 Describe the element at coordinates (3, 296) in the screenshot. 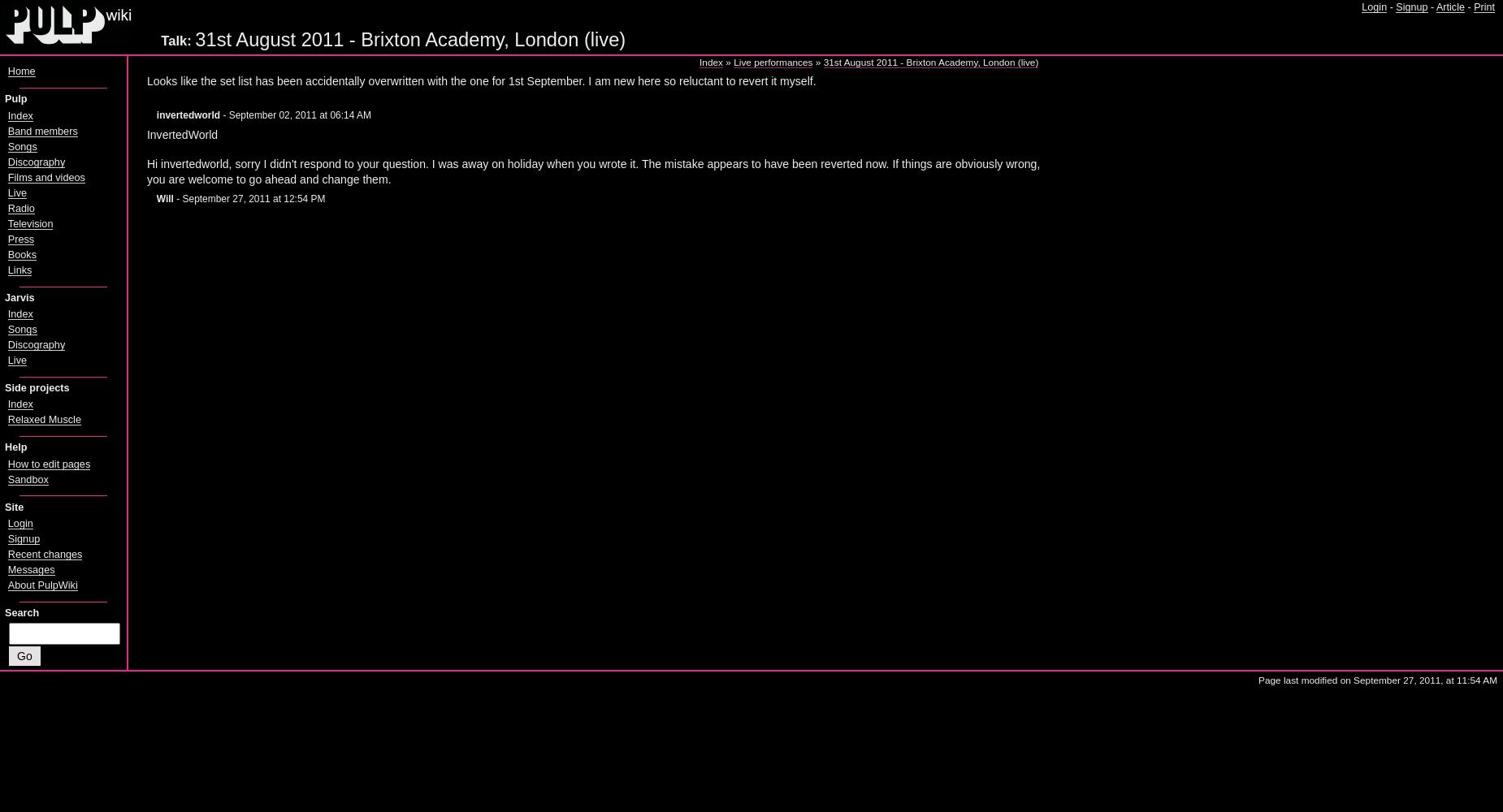

I see `'Jarvis'` at that location.